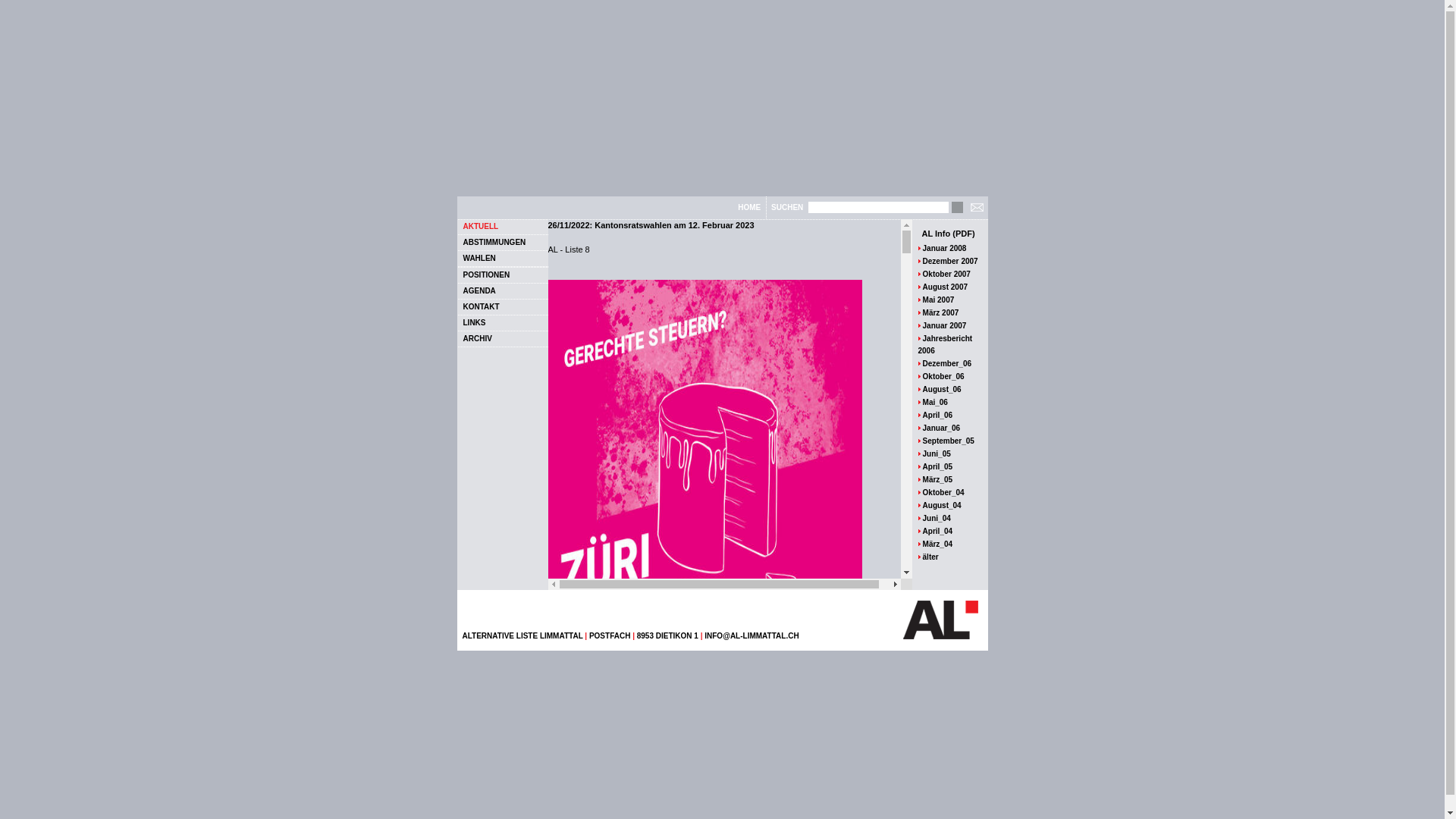 The width and height of the screenshot is (1456, 819). What do you see at coordinates (461, 274) in the screenshot?
I see `'POSITIONEN'` at bounding box center [461, 274].